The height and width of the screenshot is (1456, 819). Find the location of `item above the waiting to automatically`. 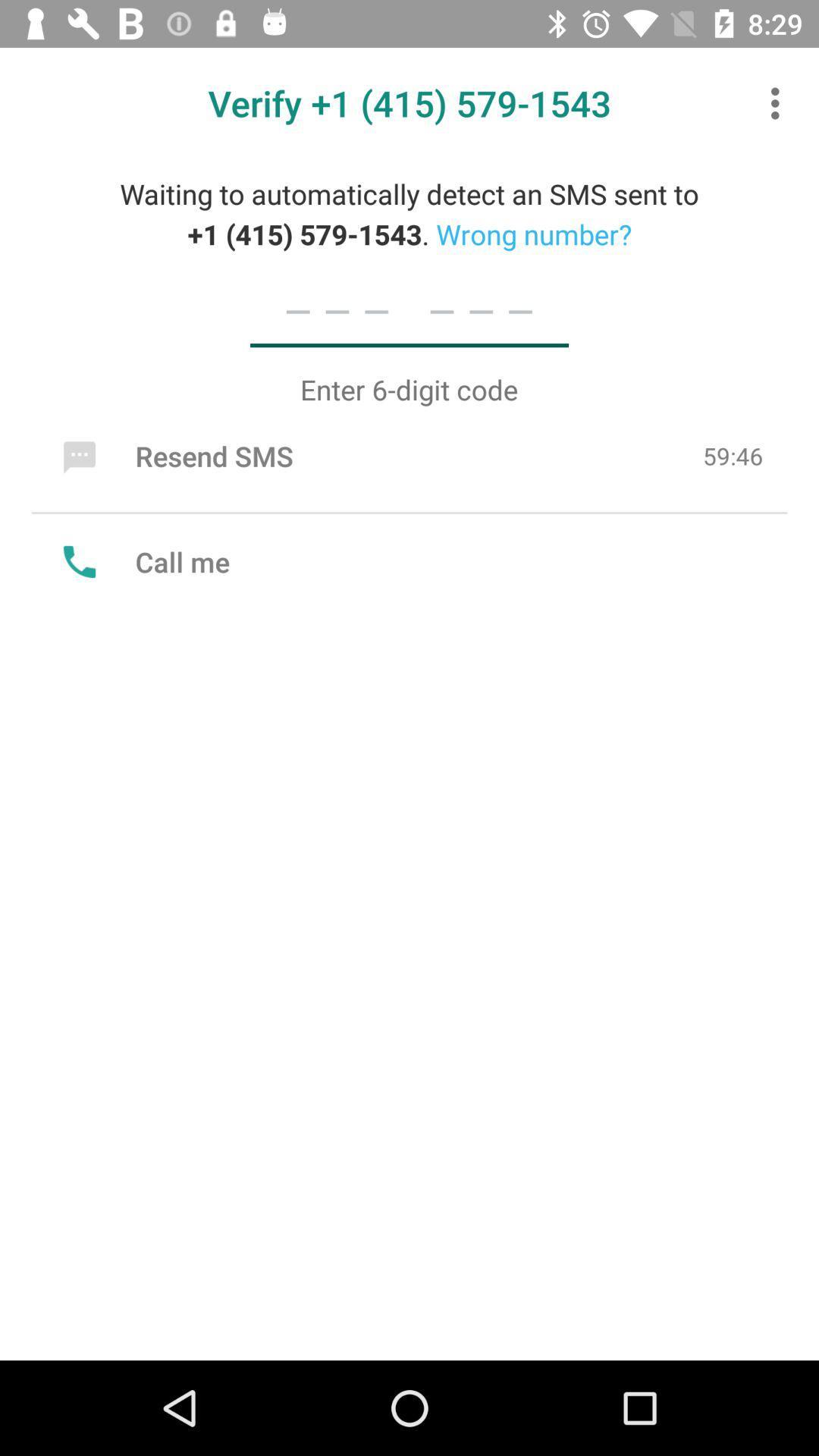

item above the waiting to automatically is located at coordinates (779, 102).